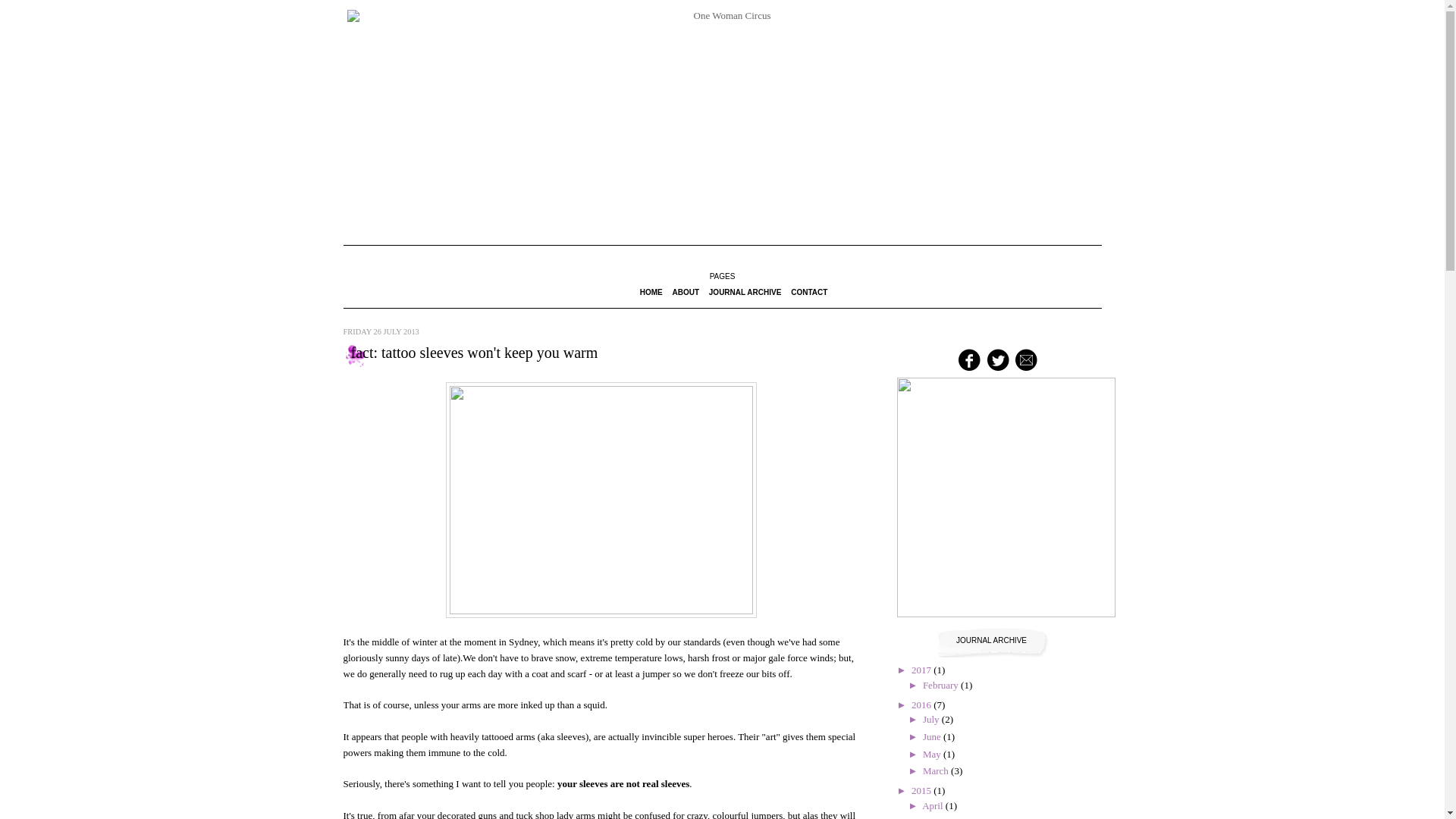 This screenshot has width=1456, height=819. I want to click on '2017', so click(921, 669).